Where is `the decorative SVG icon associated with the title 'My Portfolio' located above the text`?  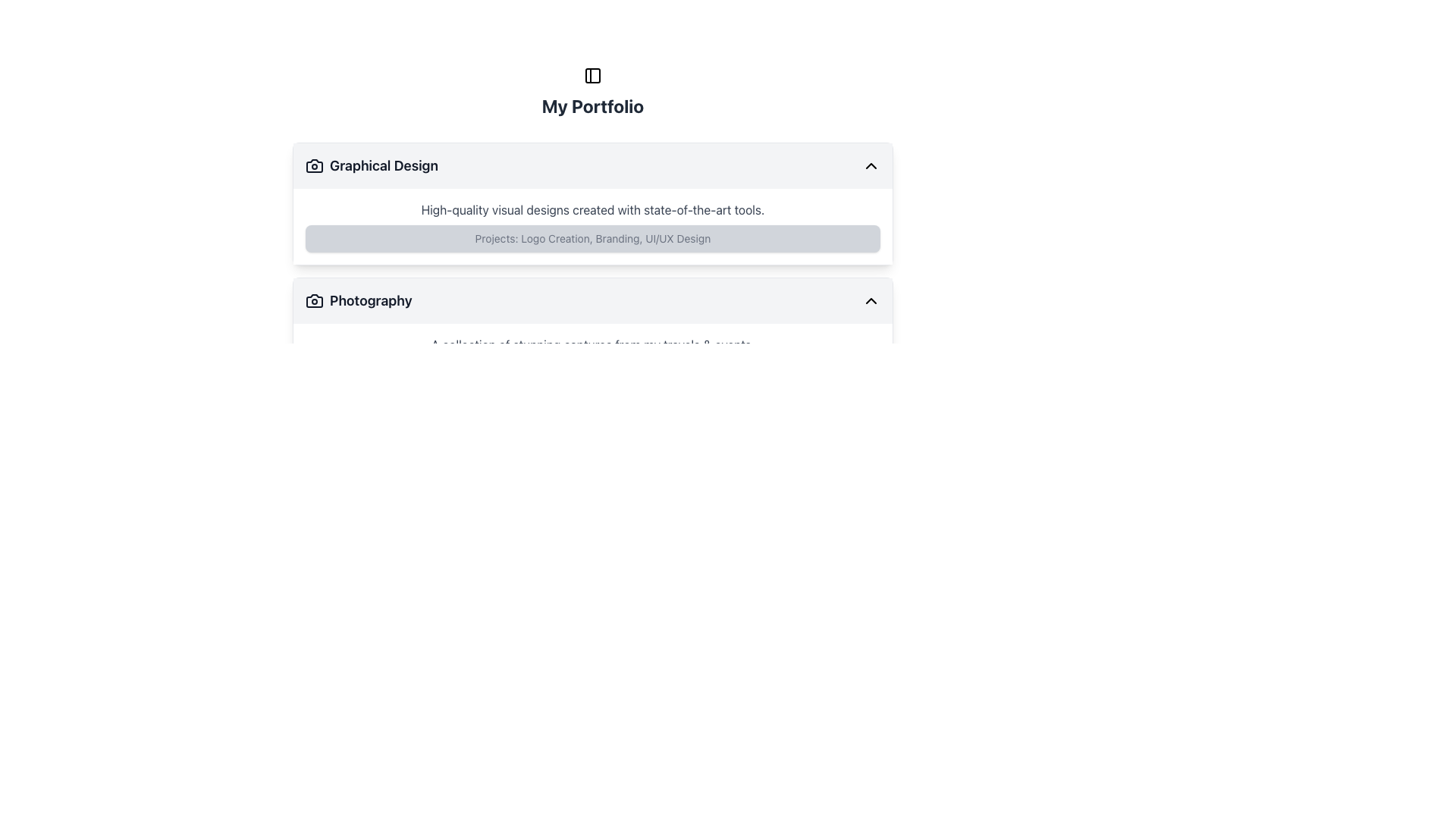
the decorative SVG icon associated with the title 'My Portfolio' located above the text is located at coordinates (592, 76).